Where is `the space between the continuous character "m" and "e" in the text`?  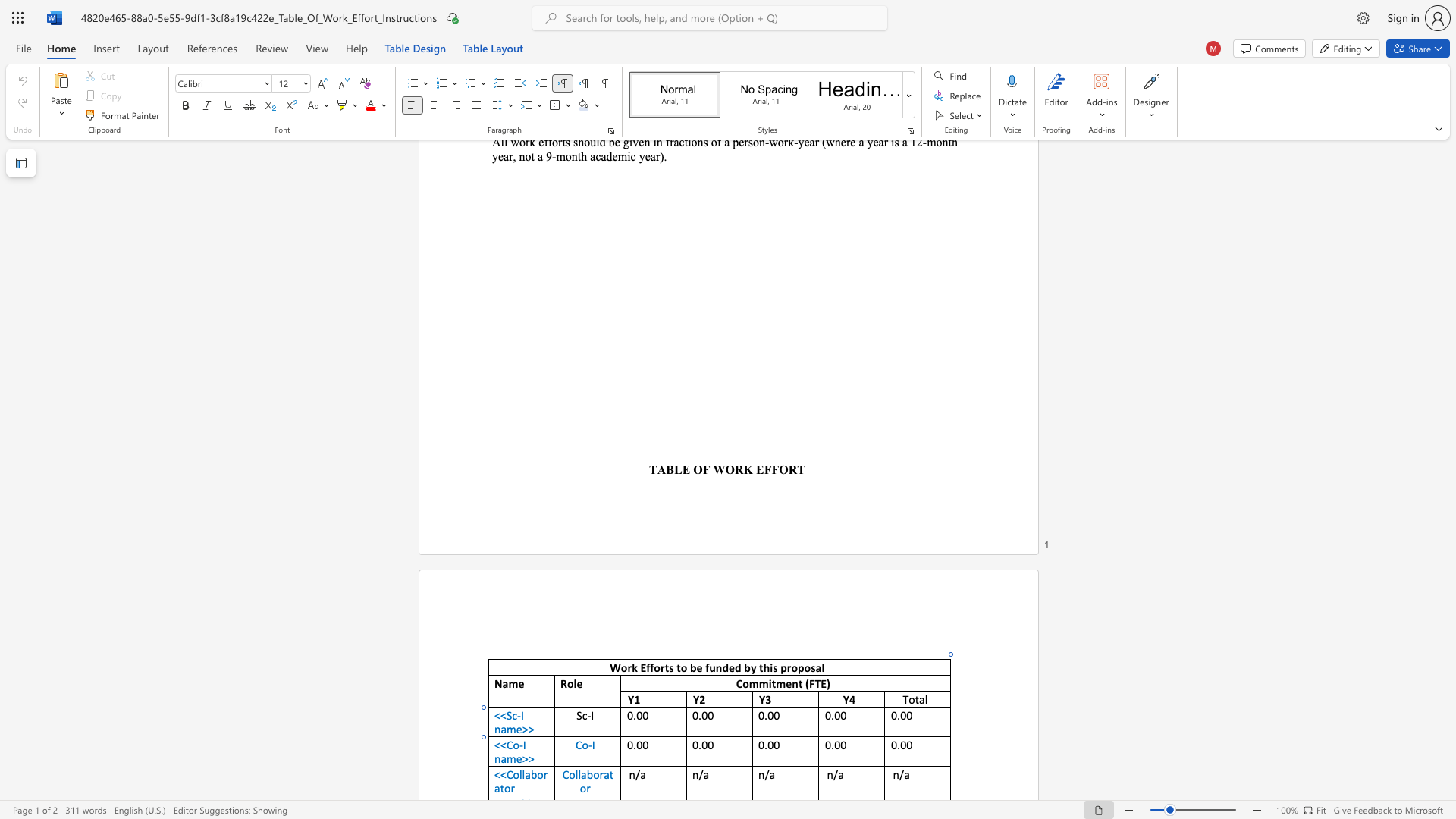
the space between the continuous character "m" and "e" in the text is located at coordinates (515, 758).